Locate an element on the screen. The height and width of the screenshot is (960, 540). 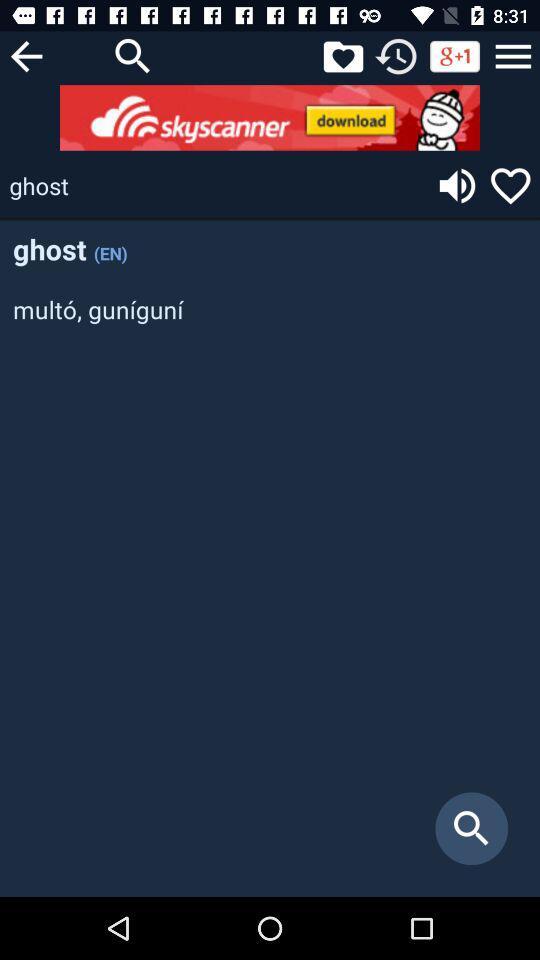
the favorite icon is located at coordinates (510, 185).